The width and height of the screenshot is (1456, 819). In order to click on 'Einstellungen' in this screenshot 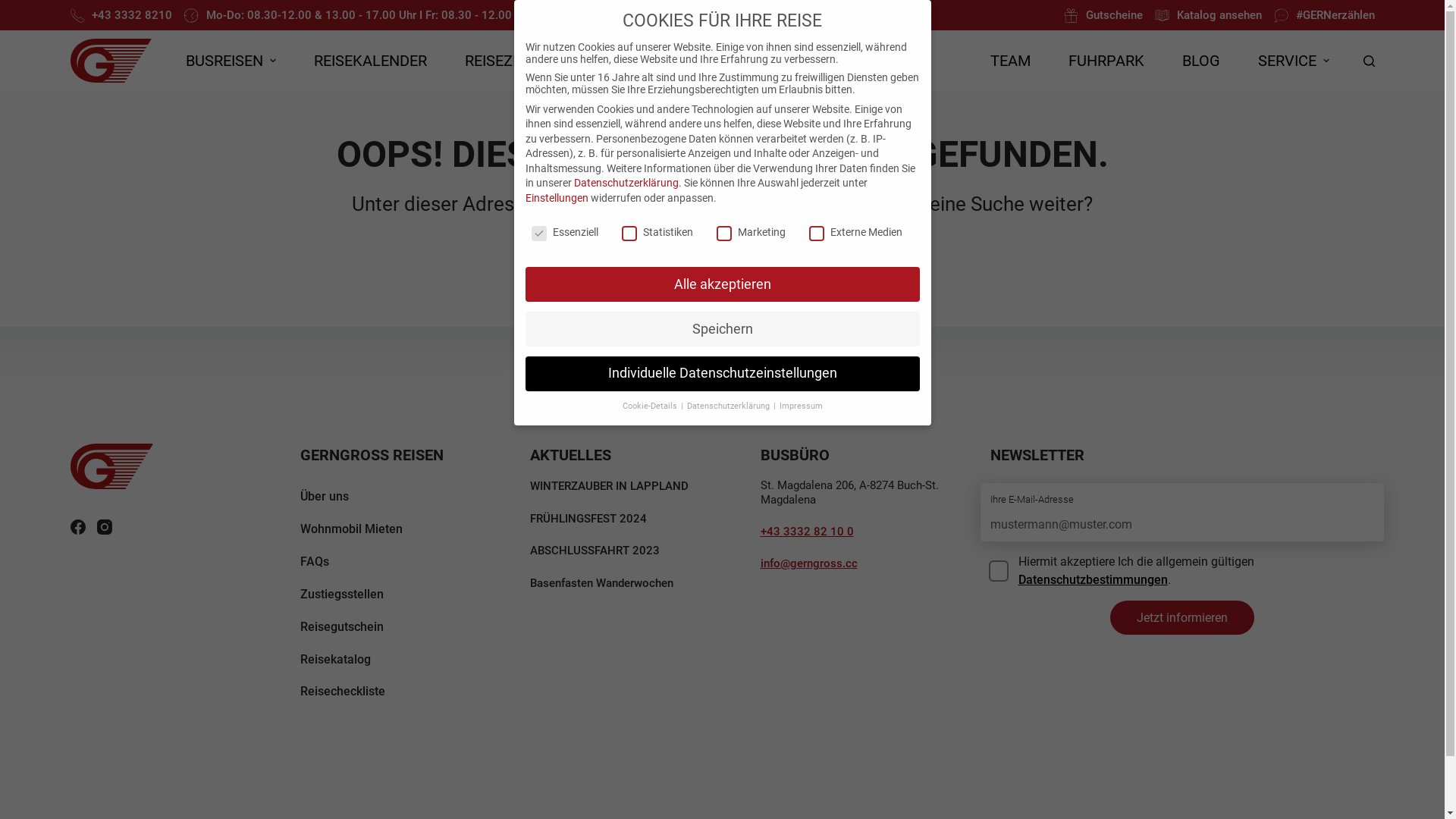, I will do `click(555, 197)`.